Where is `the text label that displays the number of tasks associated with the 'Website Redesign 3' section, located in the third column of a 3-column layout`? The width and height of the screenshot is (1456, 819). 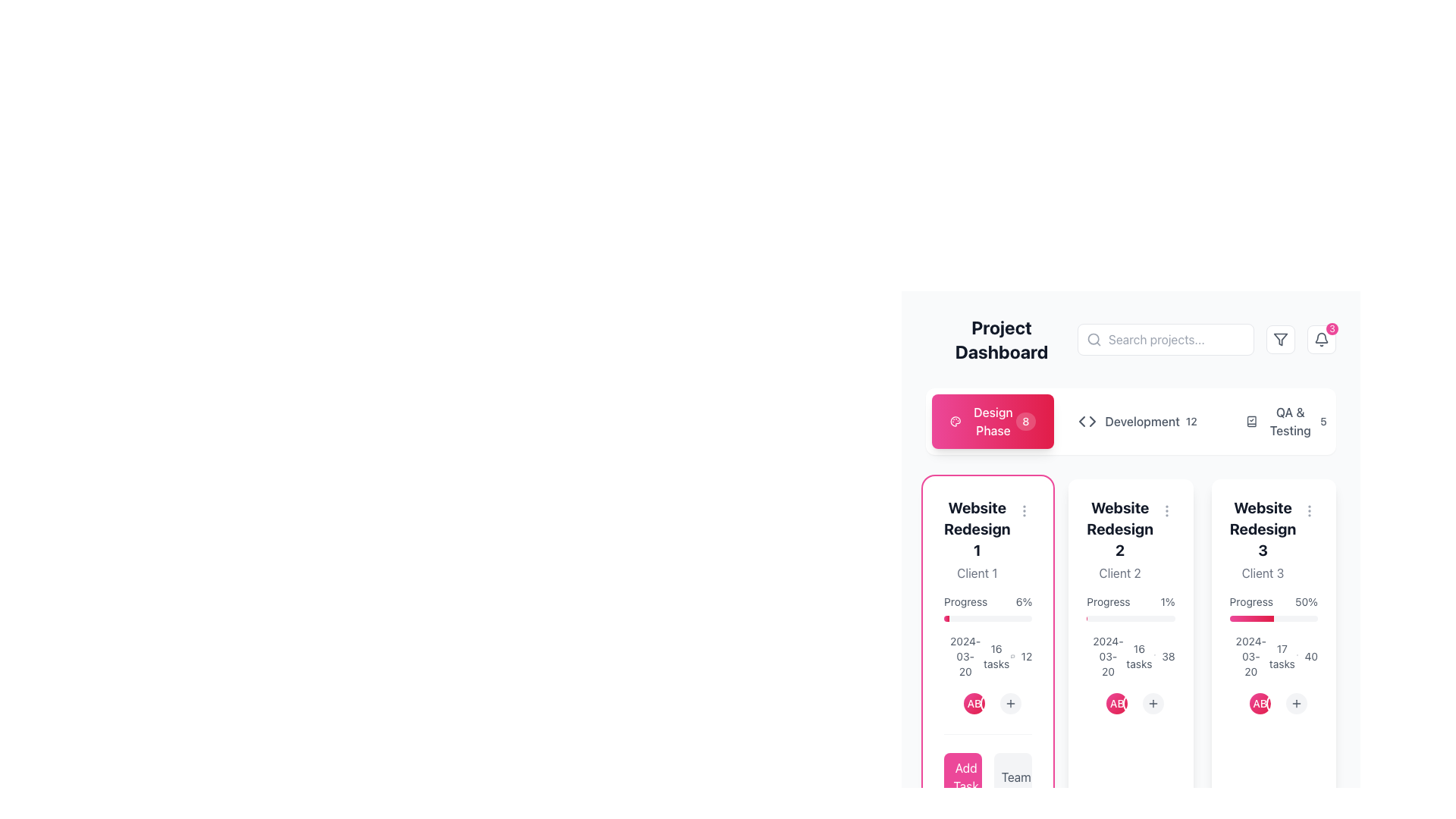
the text label that displays the number of tasks associated with the 'Website Redesign 3' section, located in the third column of a 3-column layout is located at coordinates (1273, 656).